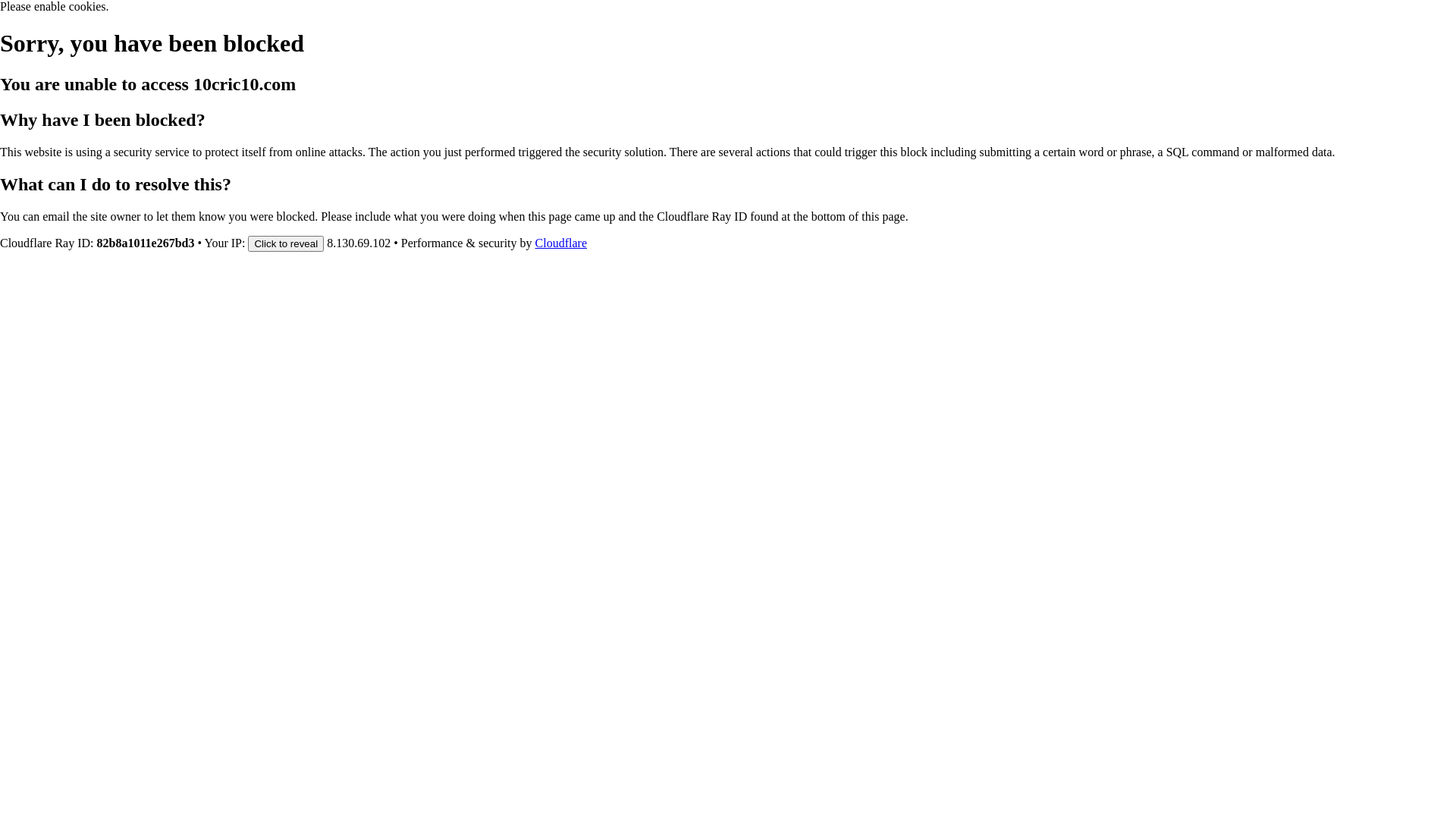 This screenshot has width=1456, height=819. What do you see at coordinates (286, 242) in the screenshot?
I see `'Click to reveal'` at bounding box center [286, 242].